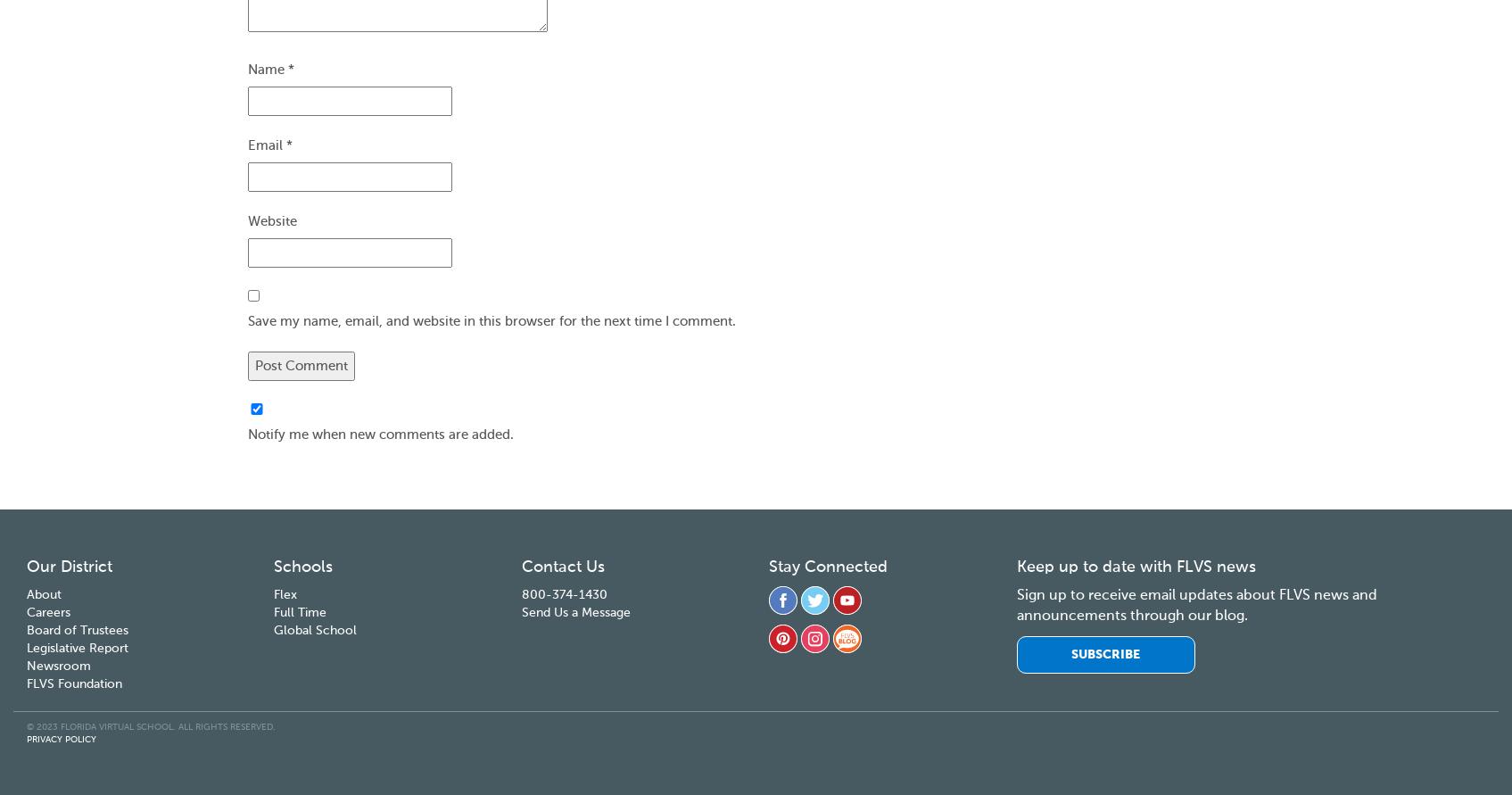 Image resolution: width=1512 pixels, height=795 pixels. Describe the element at coordinates (1105, 654) in the screenshot. I see `'Subscribe'` at that location.